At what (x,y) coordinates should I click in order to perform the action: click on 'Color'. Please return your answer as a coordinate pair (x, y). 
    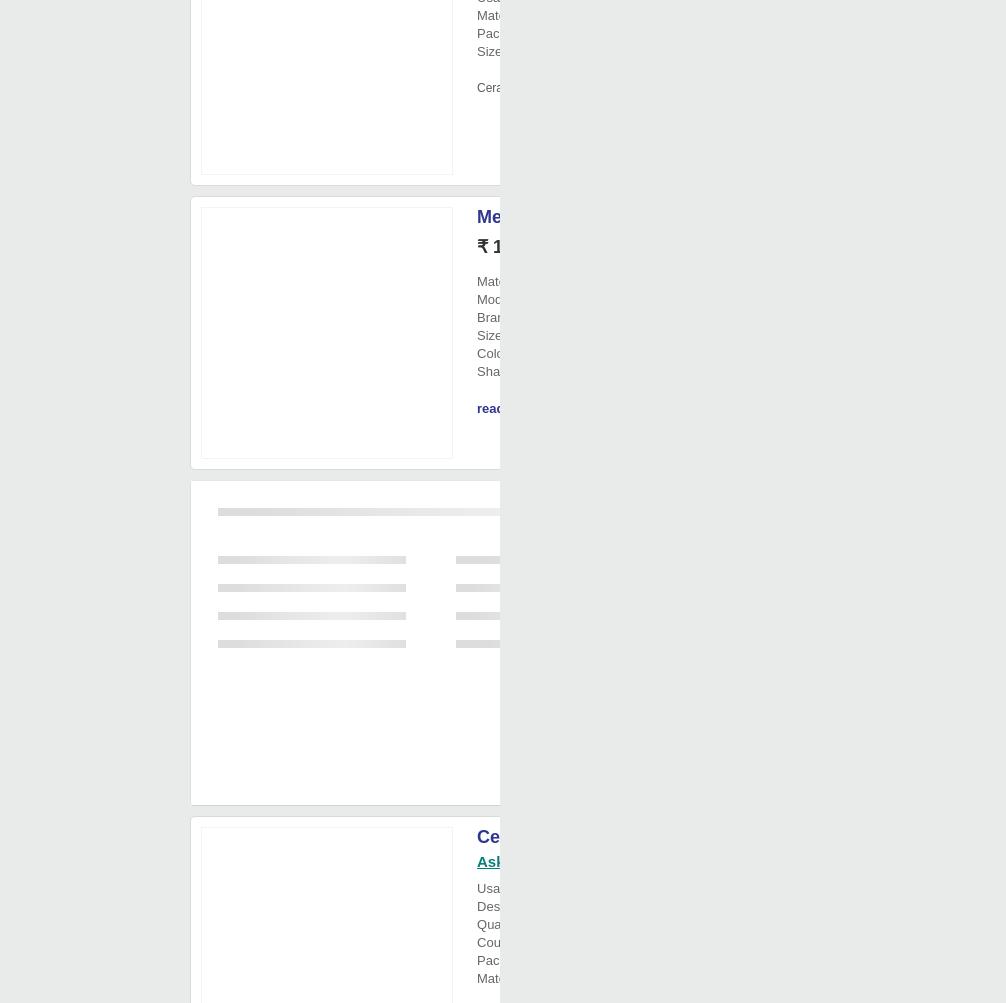
    Looking at the image, I should click on (491, 352).